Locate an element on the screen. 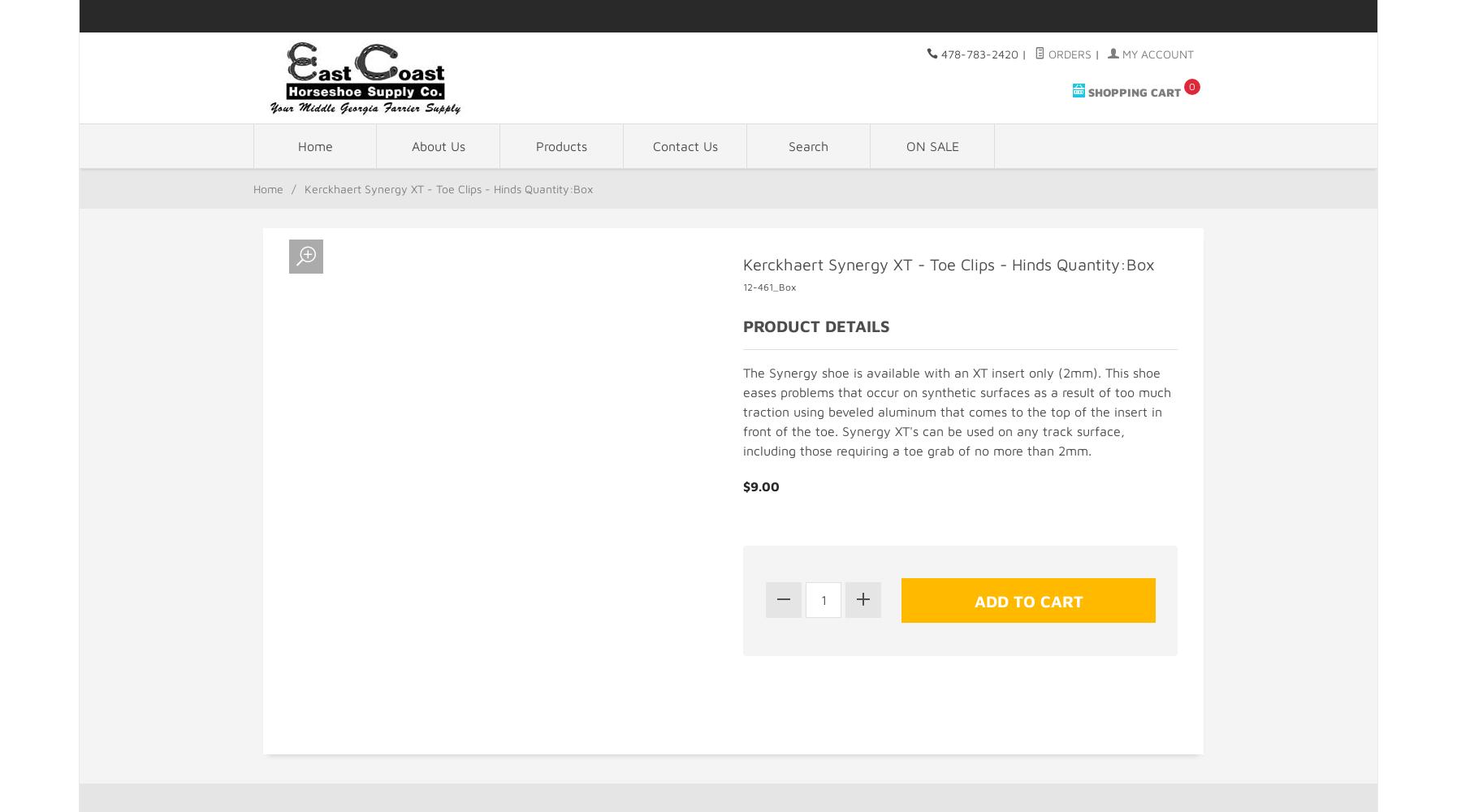 The image size is (1457, 812). 'ON SALE' is located at coordinates (904, 146).